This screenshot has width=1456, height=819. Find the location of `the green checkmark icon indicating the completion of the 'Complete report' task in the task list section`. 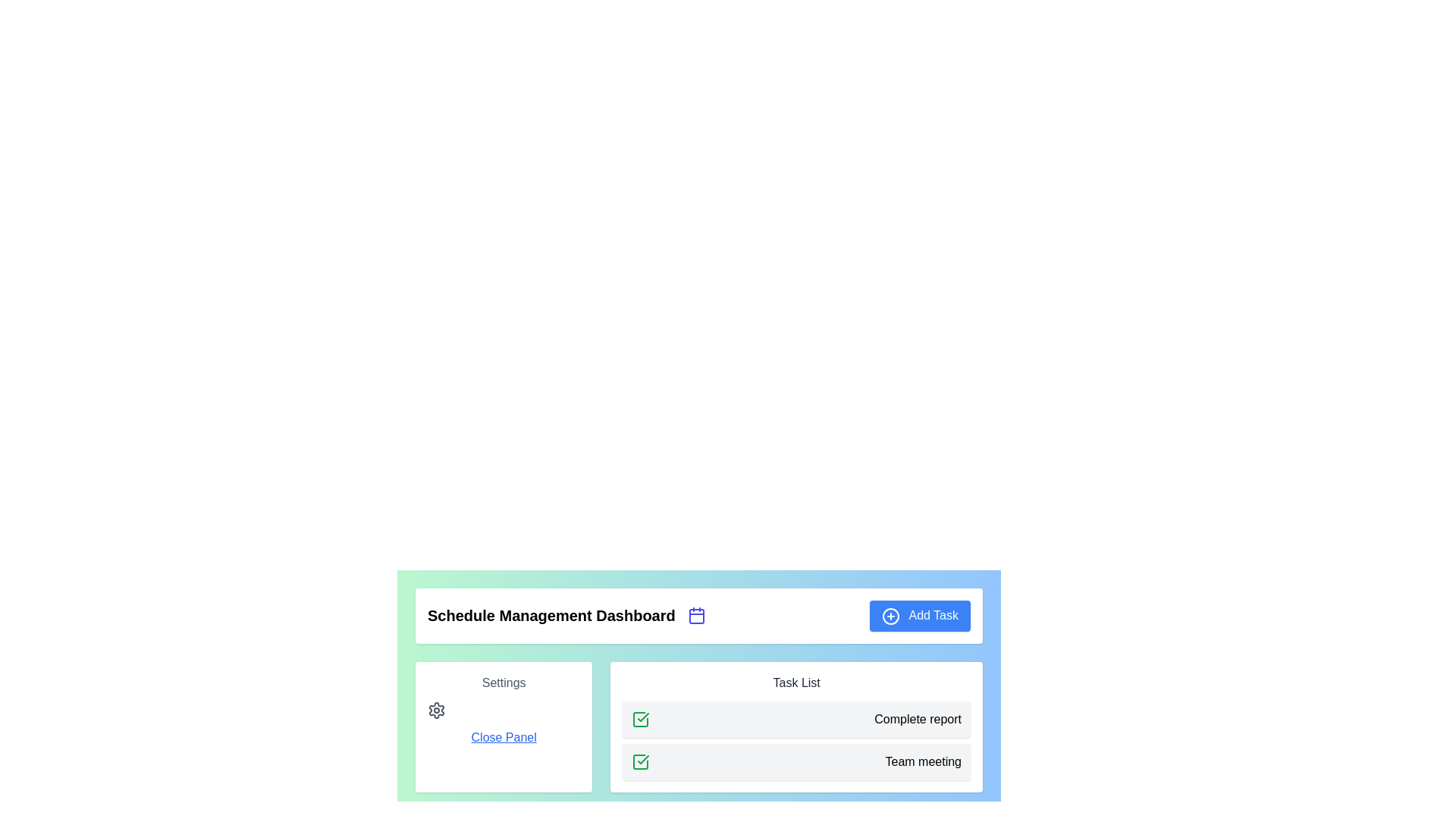

the green checkmark icon indicating the completion of the 'Complete report' task in the task list section is located at coordinates (643, 759).